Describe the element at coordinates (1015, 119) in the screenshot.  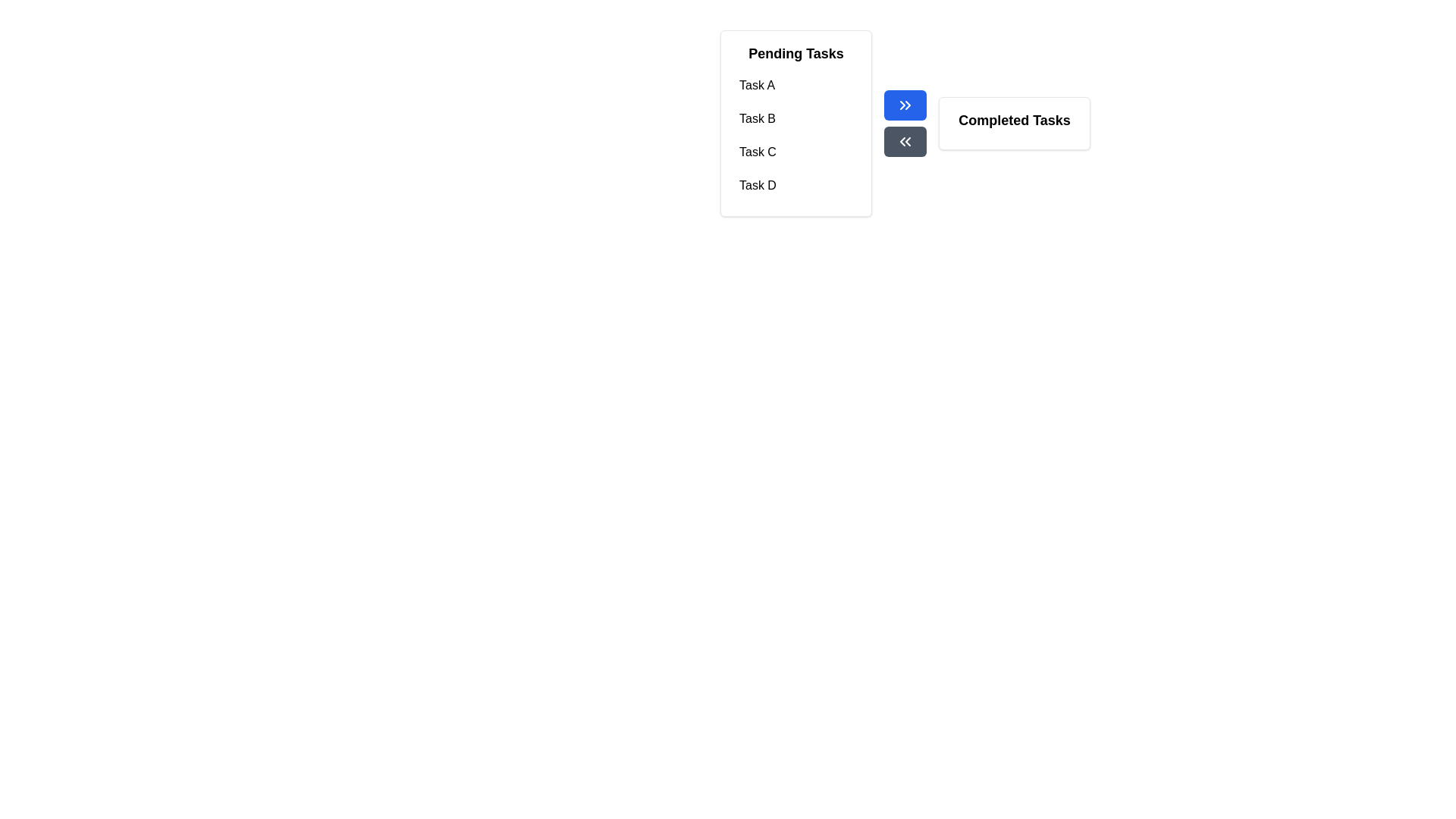
I see `the Text label that indicates completed tasks, located near the center of a white rectangular panel on the right side of the 'Pending Tasks' section` at that location.